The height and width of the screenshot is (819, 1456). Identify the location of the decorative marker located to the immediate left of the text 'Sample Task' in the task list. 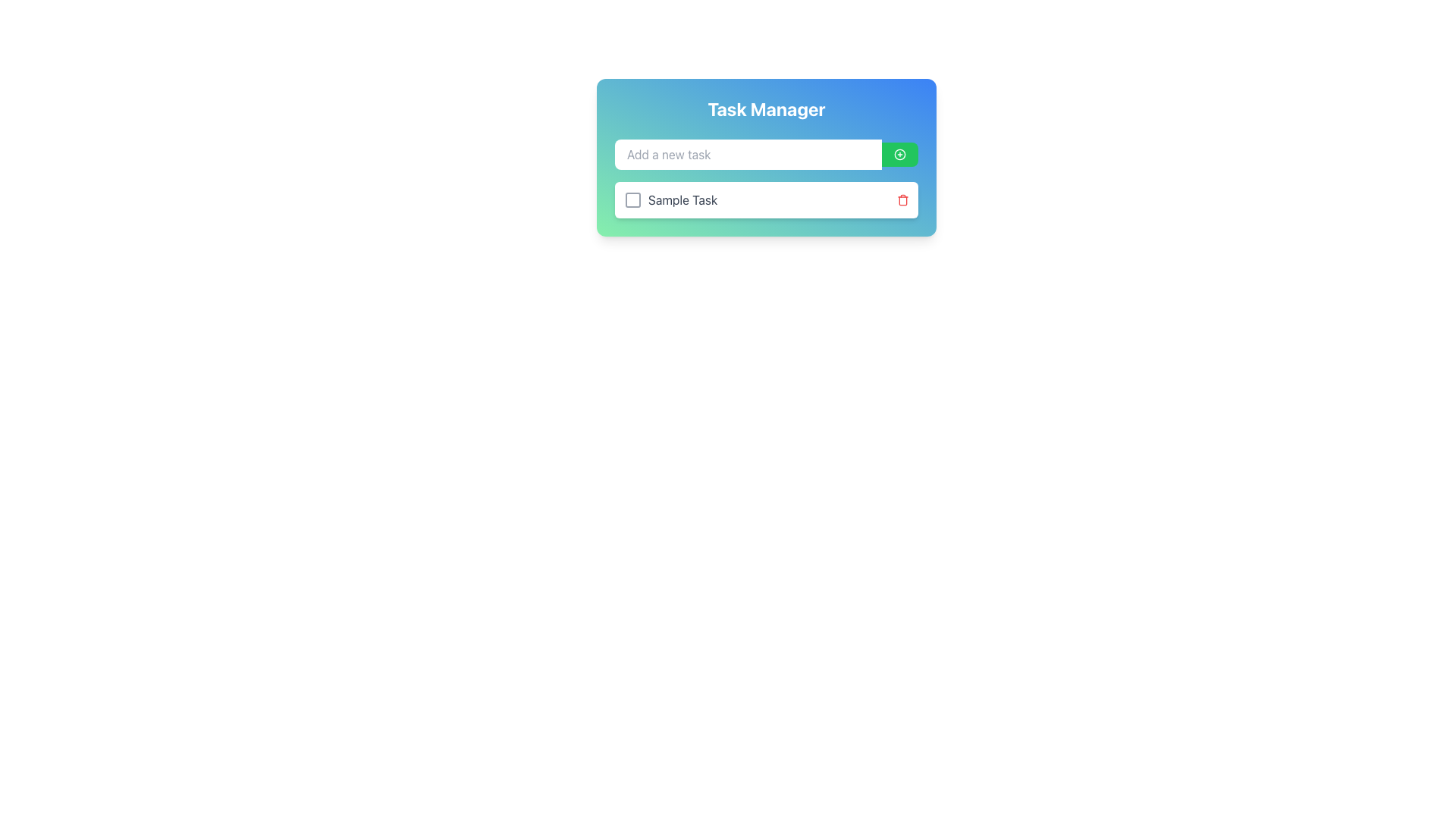
(633, 199).